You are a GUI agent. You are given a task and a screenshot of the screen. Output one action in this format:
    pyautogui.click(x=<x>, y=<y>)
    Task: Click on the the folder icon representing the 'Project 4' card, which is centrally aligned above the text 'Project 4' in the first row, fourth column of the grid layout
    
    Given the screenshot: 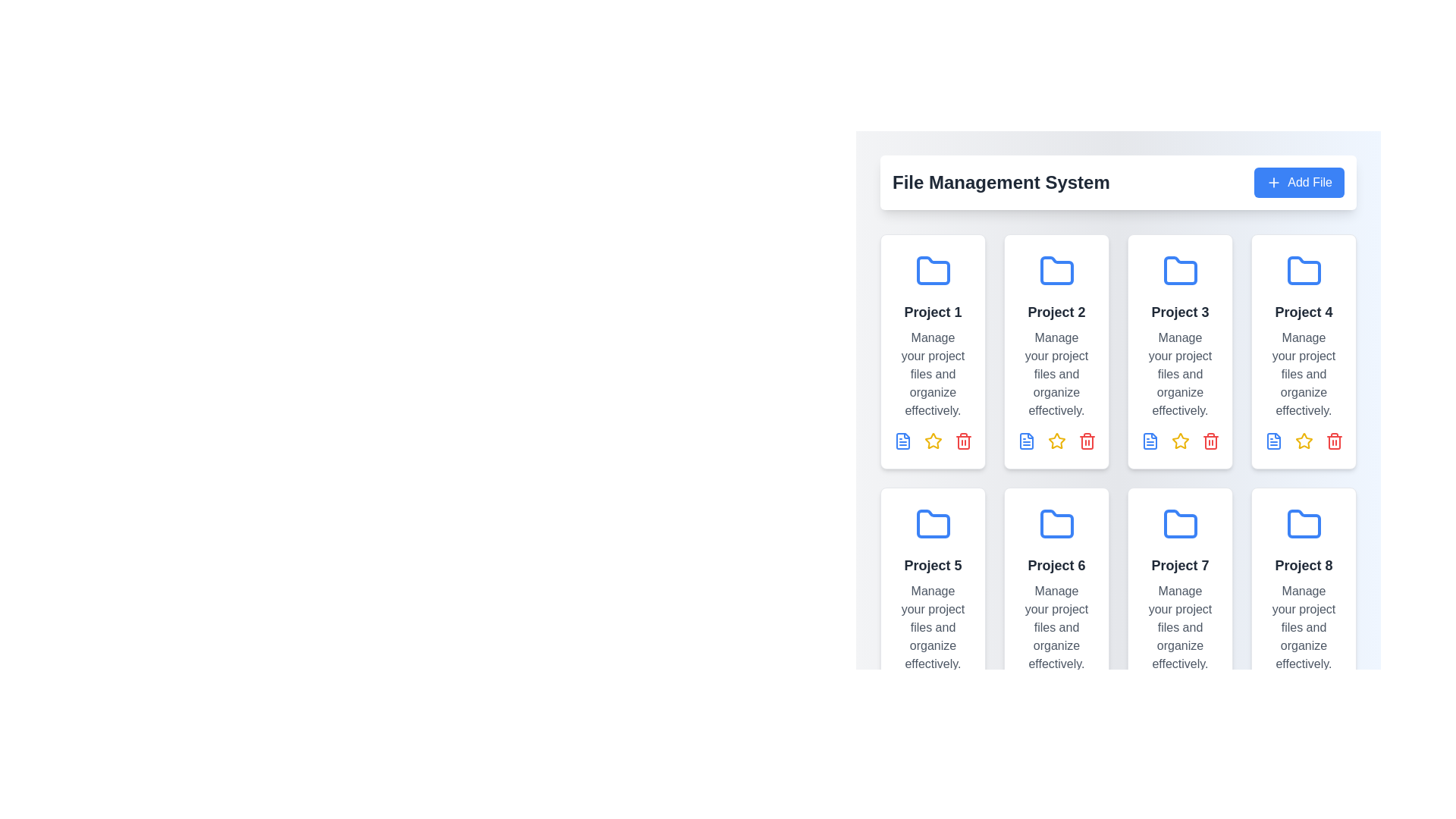 What is the action you would take?
    pyautogui.click(x=1303, y=271)
    